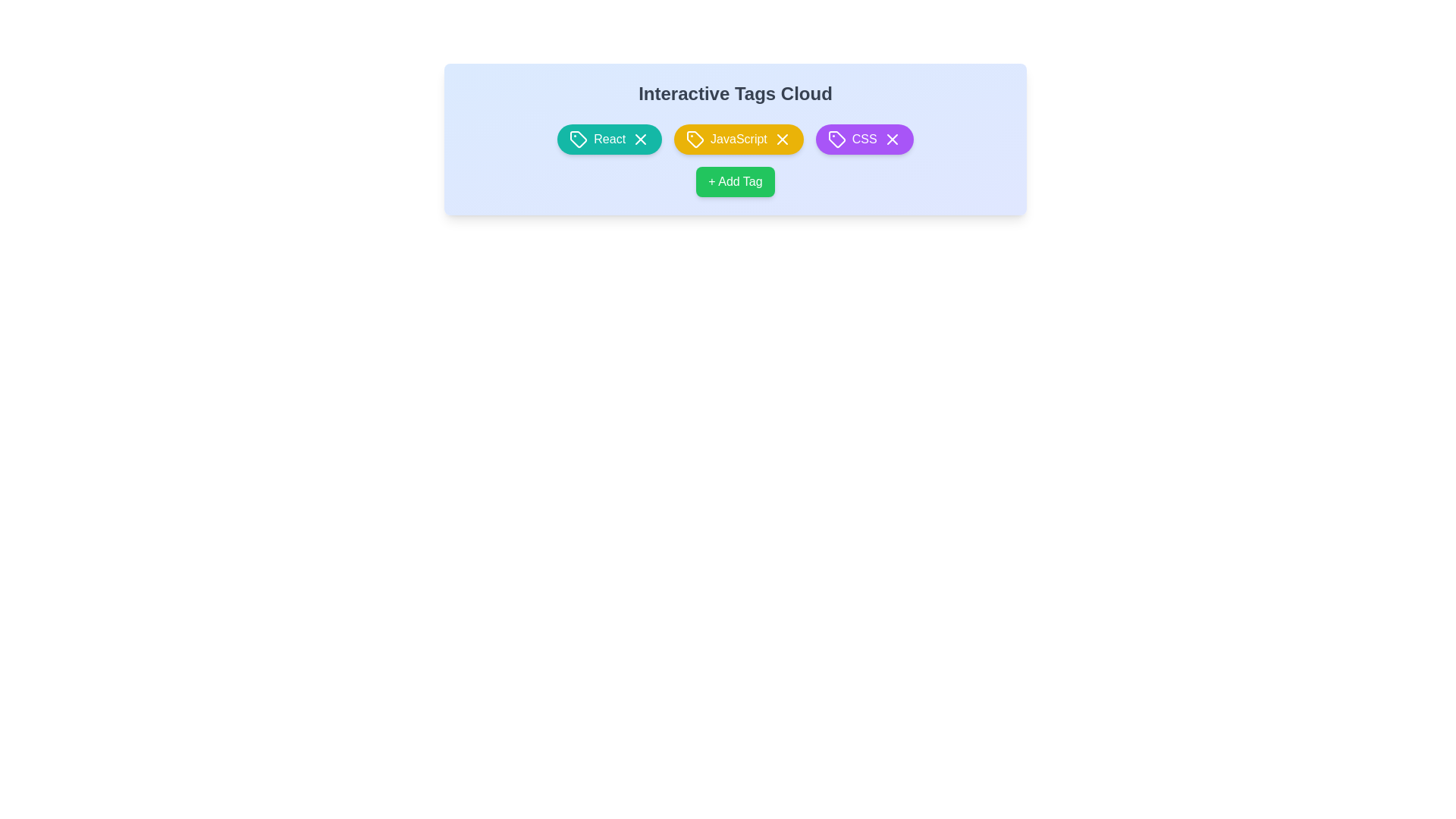  Describe the element at coordinates (735, 180) in the screenshot. I see `the '+ Add Tag' button to add a new tag to the tag cloud` at that location.